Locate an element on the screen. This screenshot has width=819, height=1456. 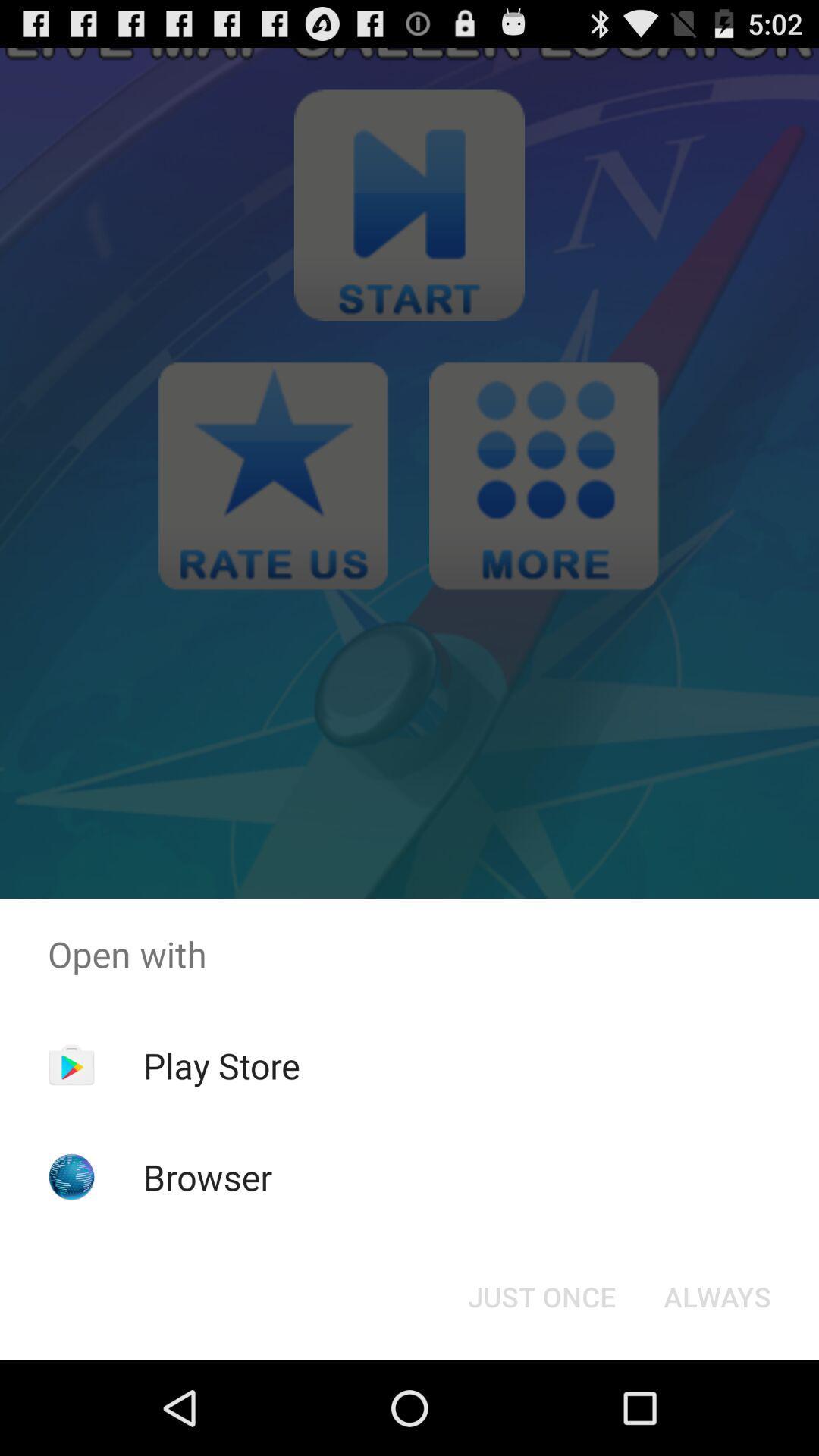
the browser item is located at coordinates (208, 1176).